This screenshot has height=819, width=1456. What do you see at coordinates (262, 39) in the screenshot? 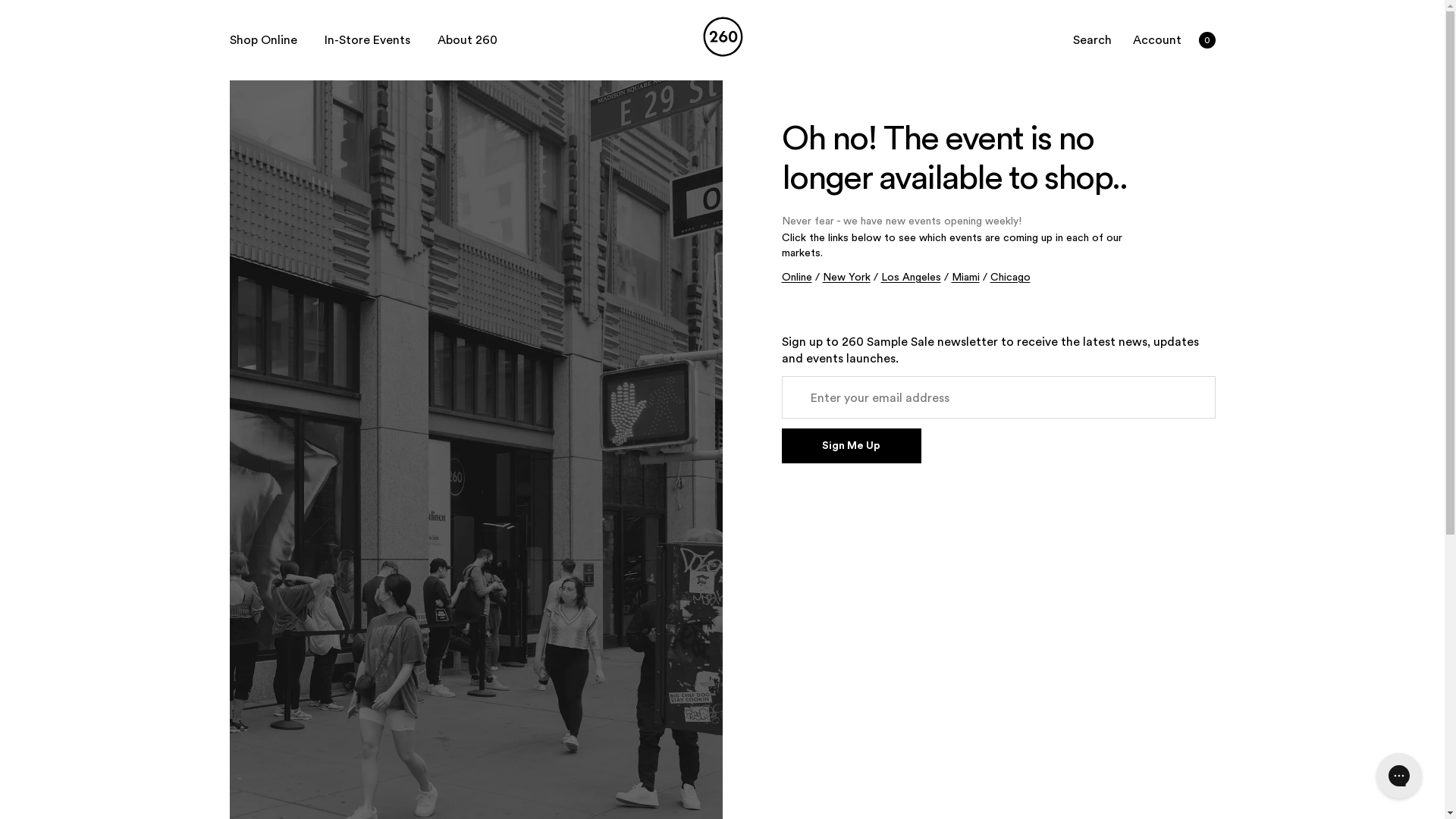
I see `'Shop Online'` at bounding box center [262, 39].